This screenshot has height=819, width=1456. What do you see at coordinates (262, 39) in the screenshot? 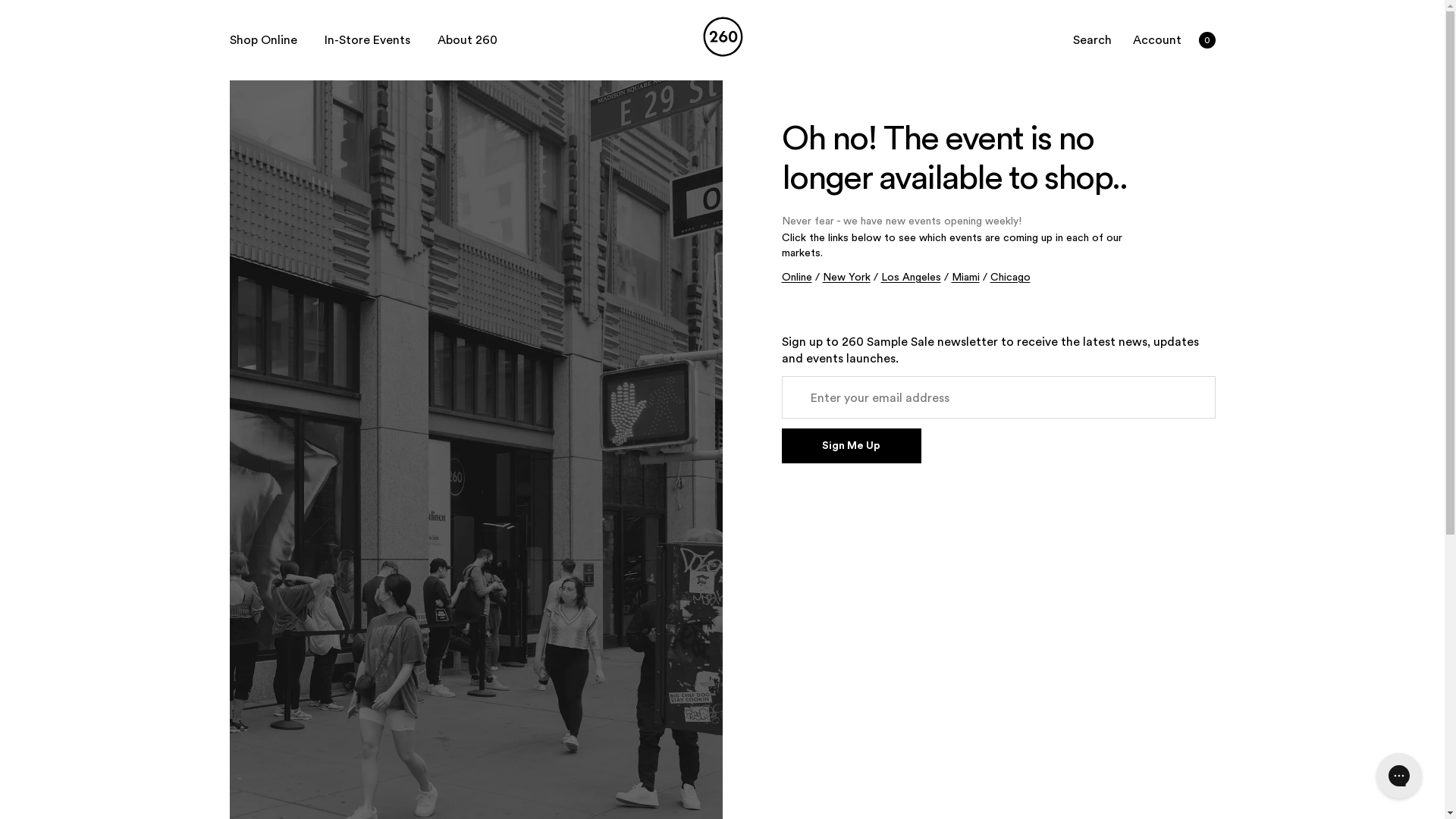
I see `'Shop Online'` at bounding box center [262, 39].